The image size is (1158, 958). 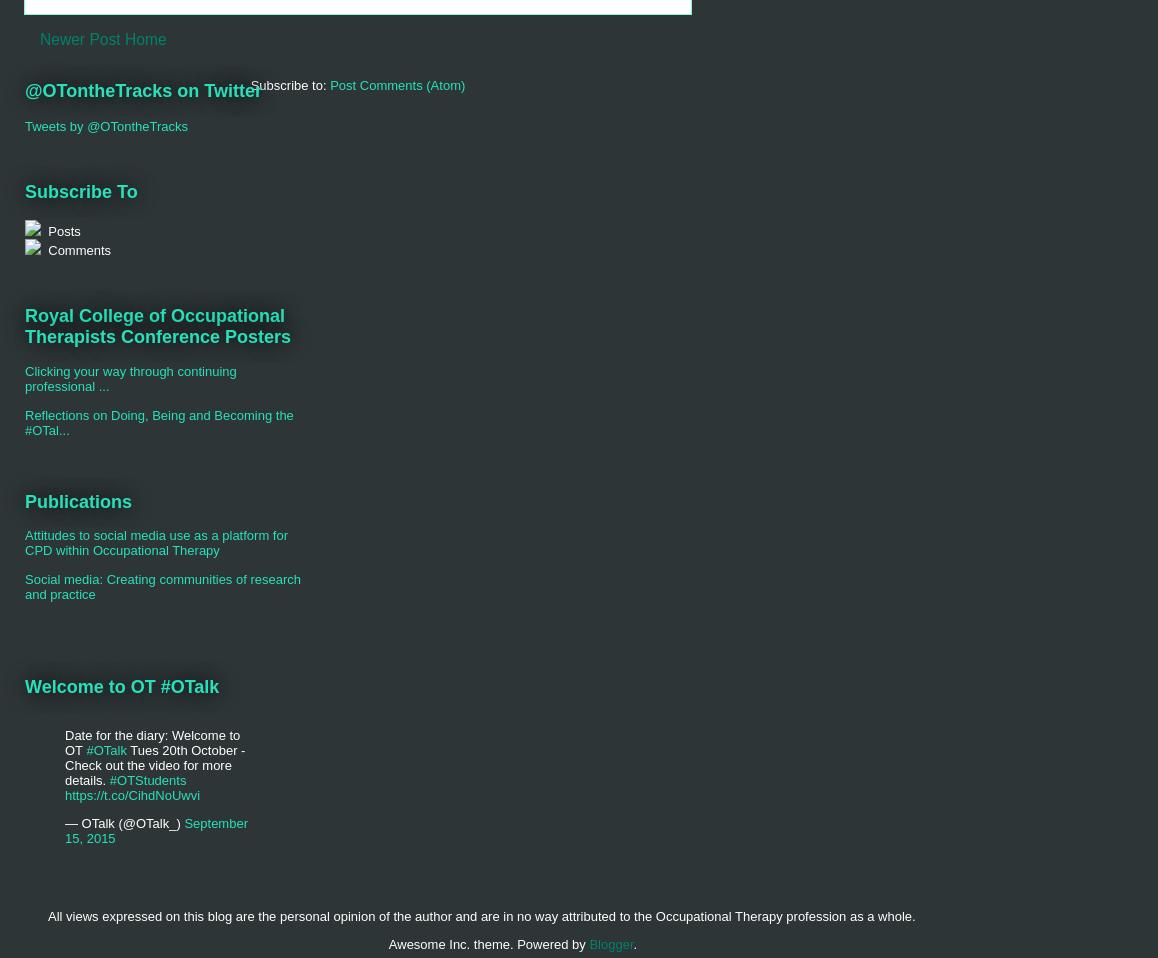 What do you see at coordinates (64, 764) in the screenshot?
I see `'Tues 20th October - Check out the video for more details.'` at bounding box center [64, 764].